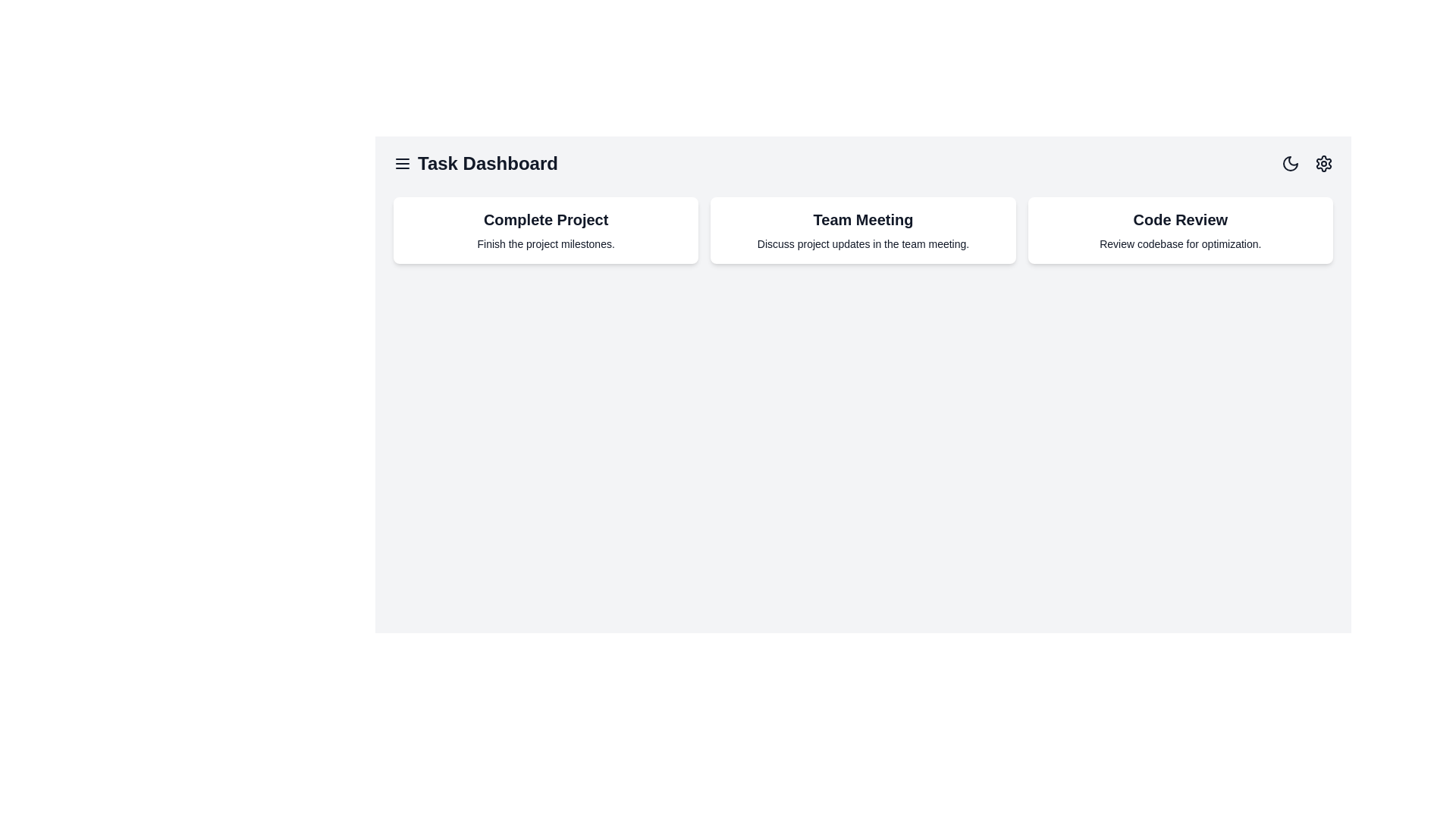  What do you see at coordinates (403, 164) in the screenshot?
I see `the menu icon located to the left of the 'Task Dashboard' text for keyboard interaction` at bounding box center [403, 164].